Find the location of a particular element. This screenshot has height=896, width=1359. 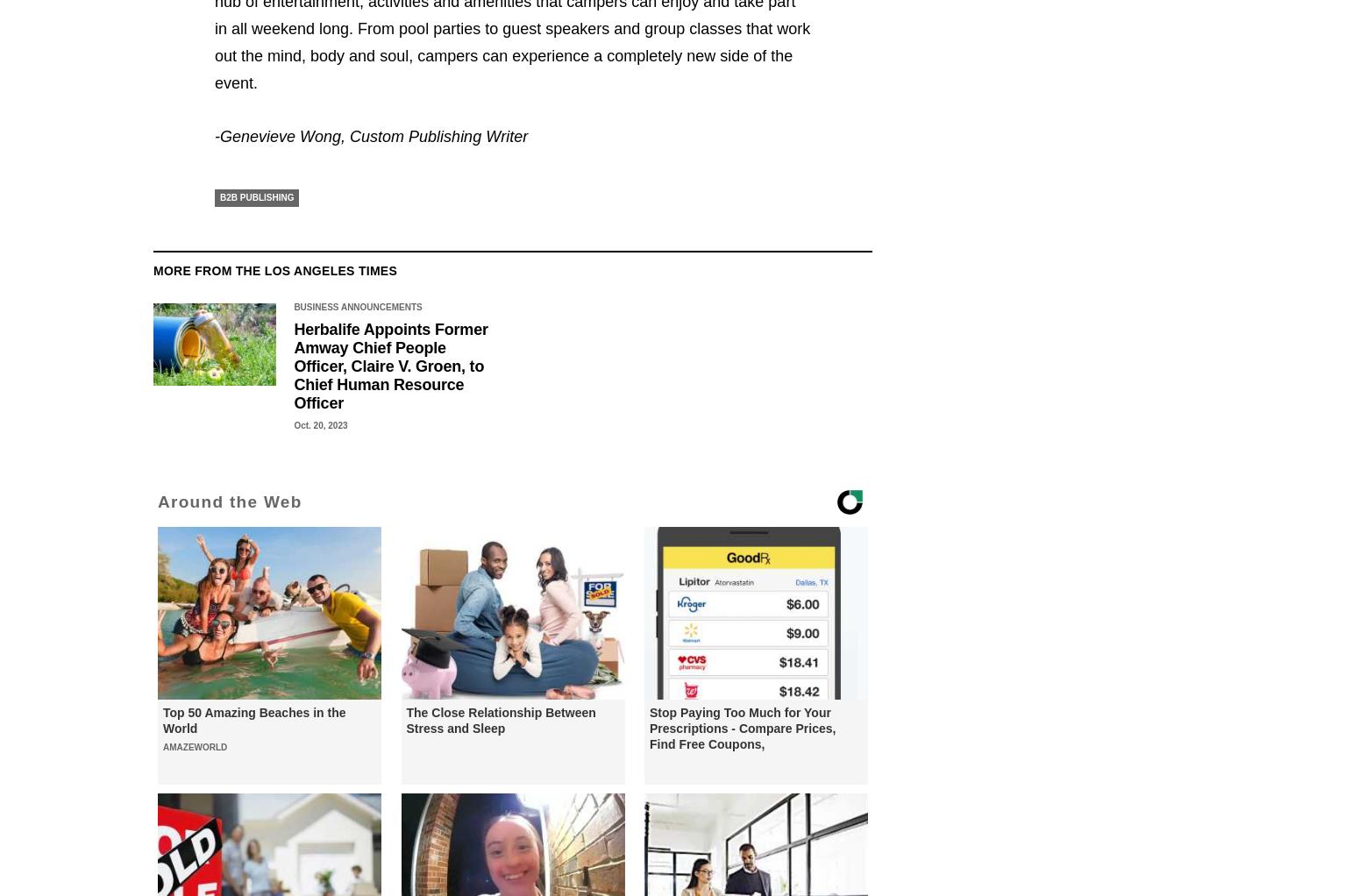

'Herbalife Appoints Former Amway Chief People Officer, Claire V. Groen, to Chief Human Resource Officer' is located at coordinates (390, 366).